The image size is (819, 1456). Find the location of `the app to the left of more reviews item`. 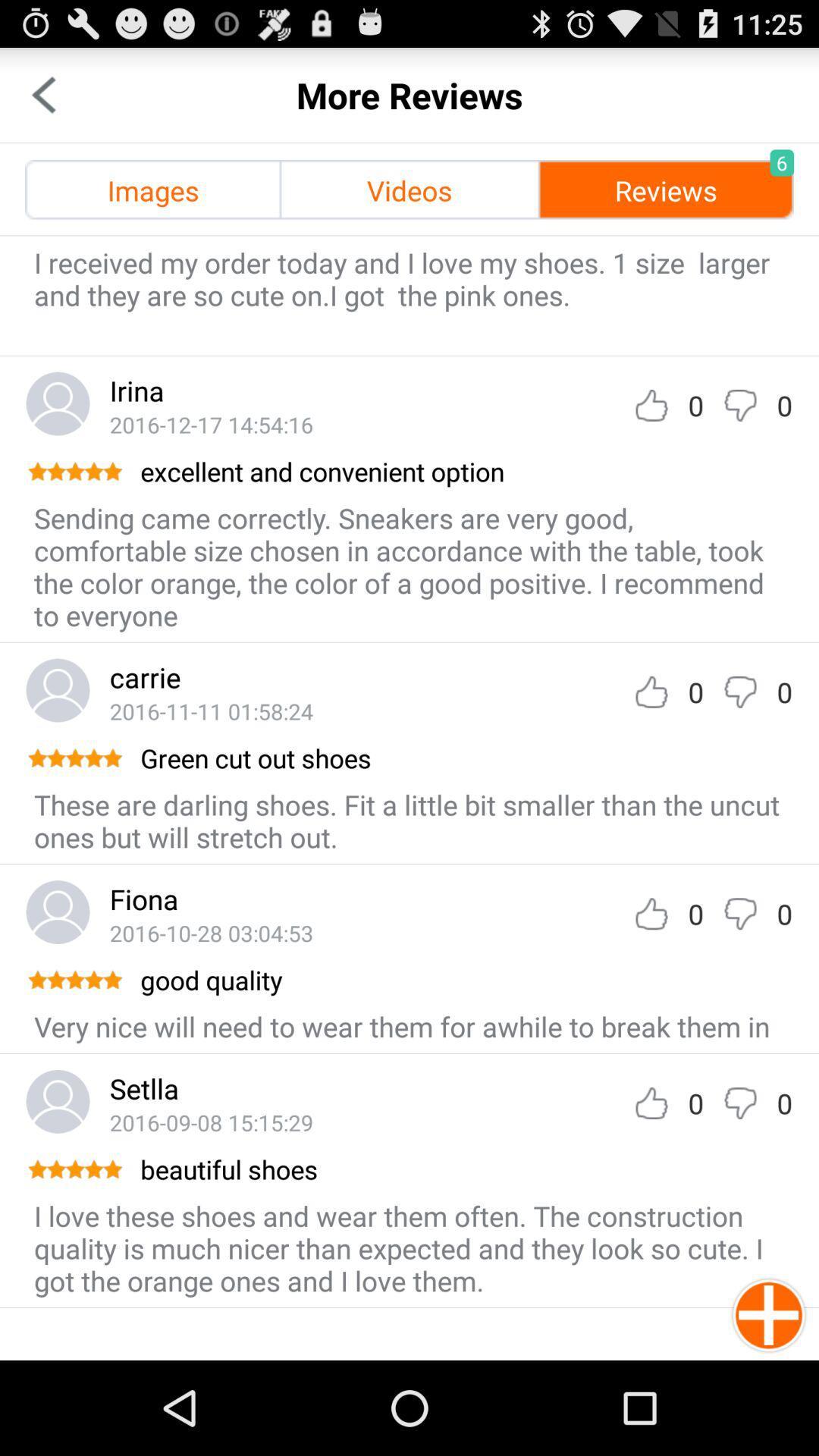

the app to the left of more reviews item is located at coordinates (42, 94).